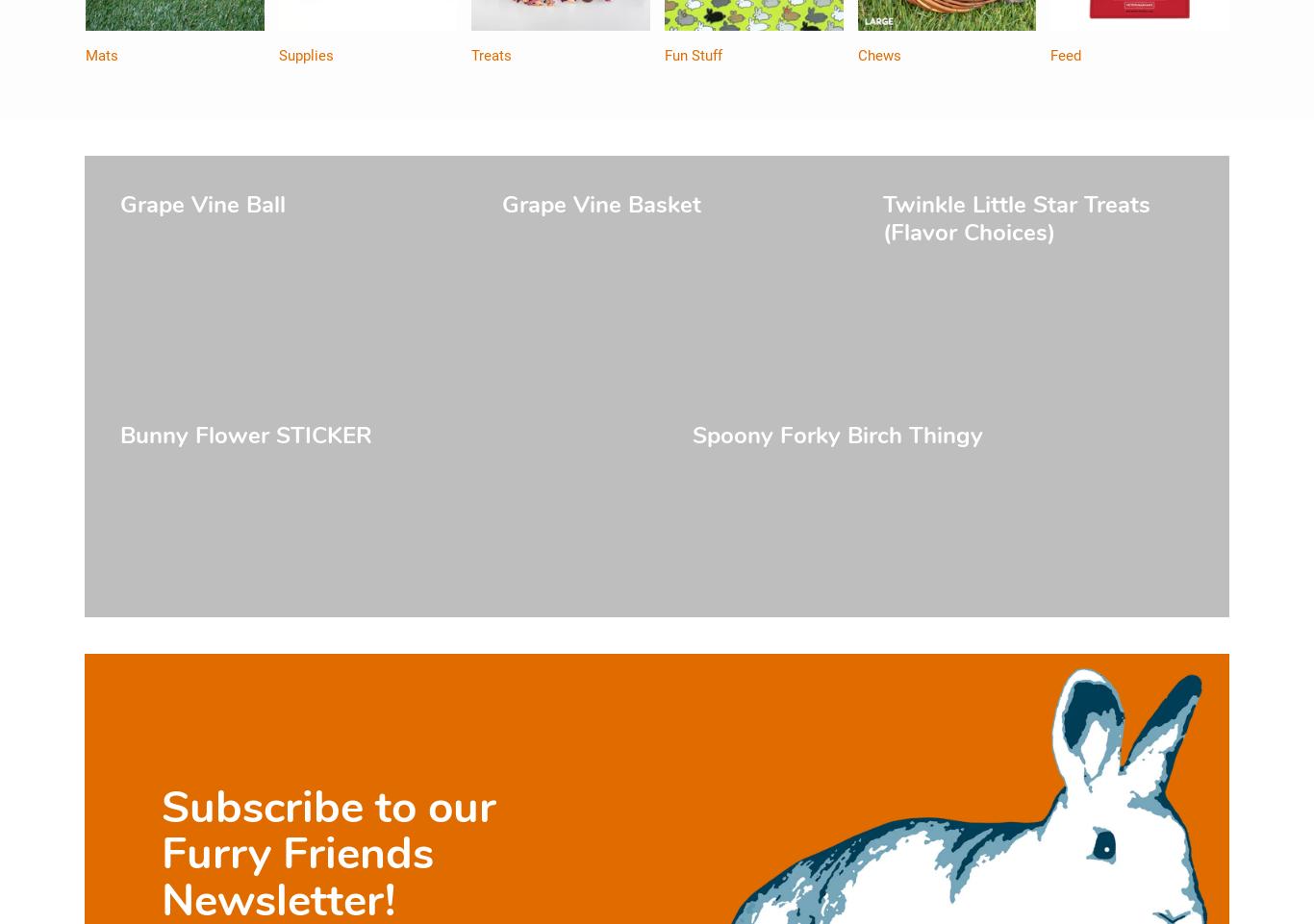  Describe the element at coordinates (492, 56) in the screenshot. I see `'Treats'` at that location.